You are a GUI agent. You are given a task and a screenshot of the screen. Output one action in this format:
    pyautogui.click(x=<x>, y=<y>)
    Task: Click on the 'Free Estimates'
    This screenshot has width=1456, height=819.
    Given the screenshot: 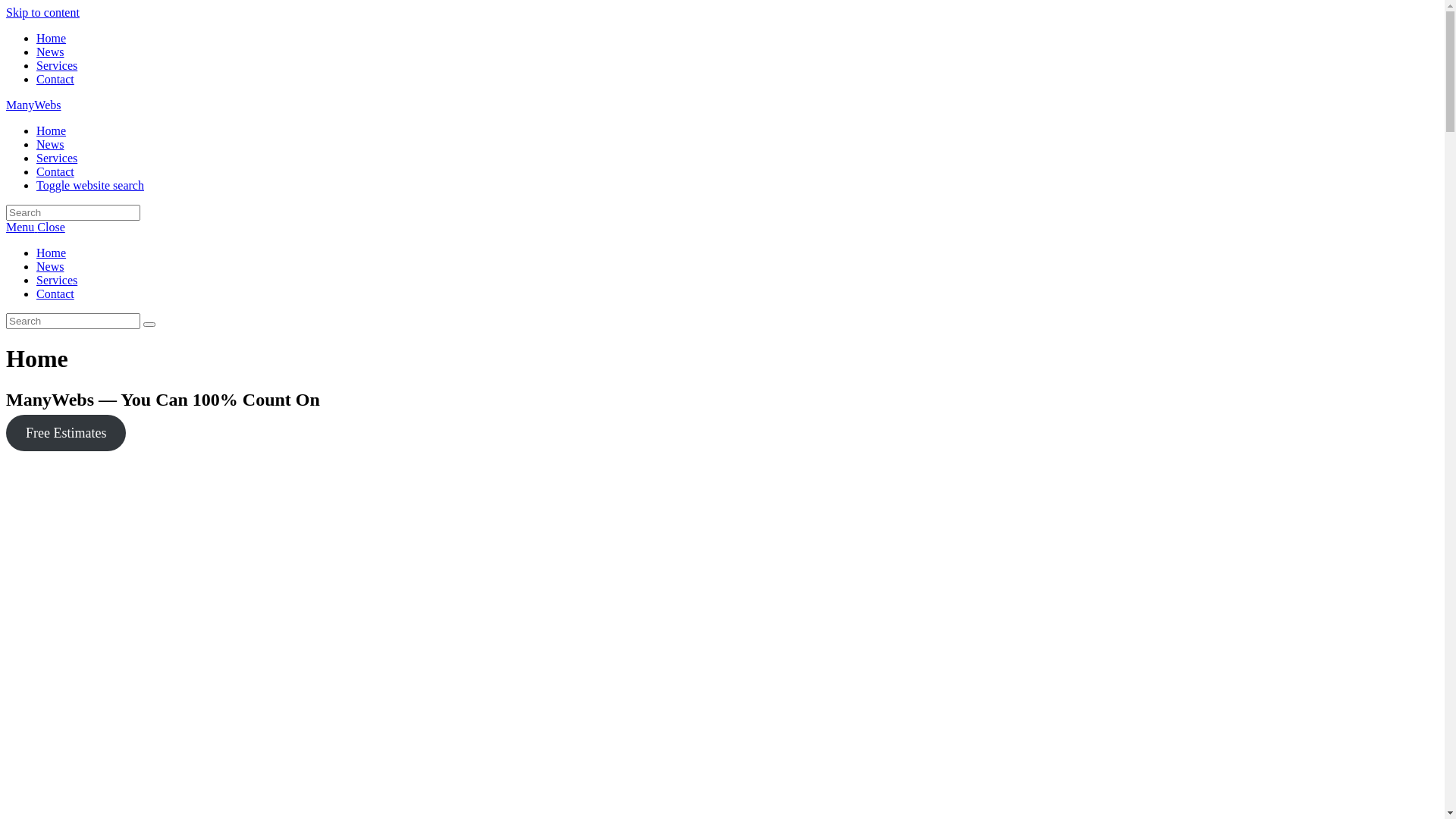 What is the action you would take?
    pyautogui.click(x=64, y=432)
    